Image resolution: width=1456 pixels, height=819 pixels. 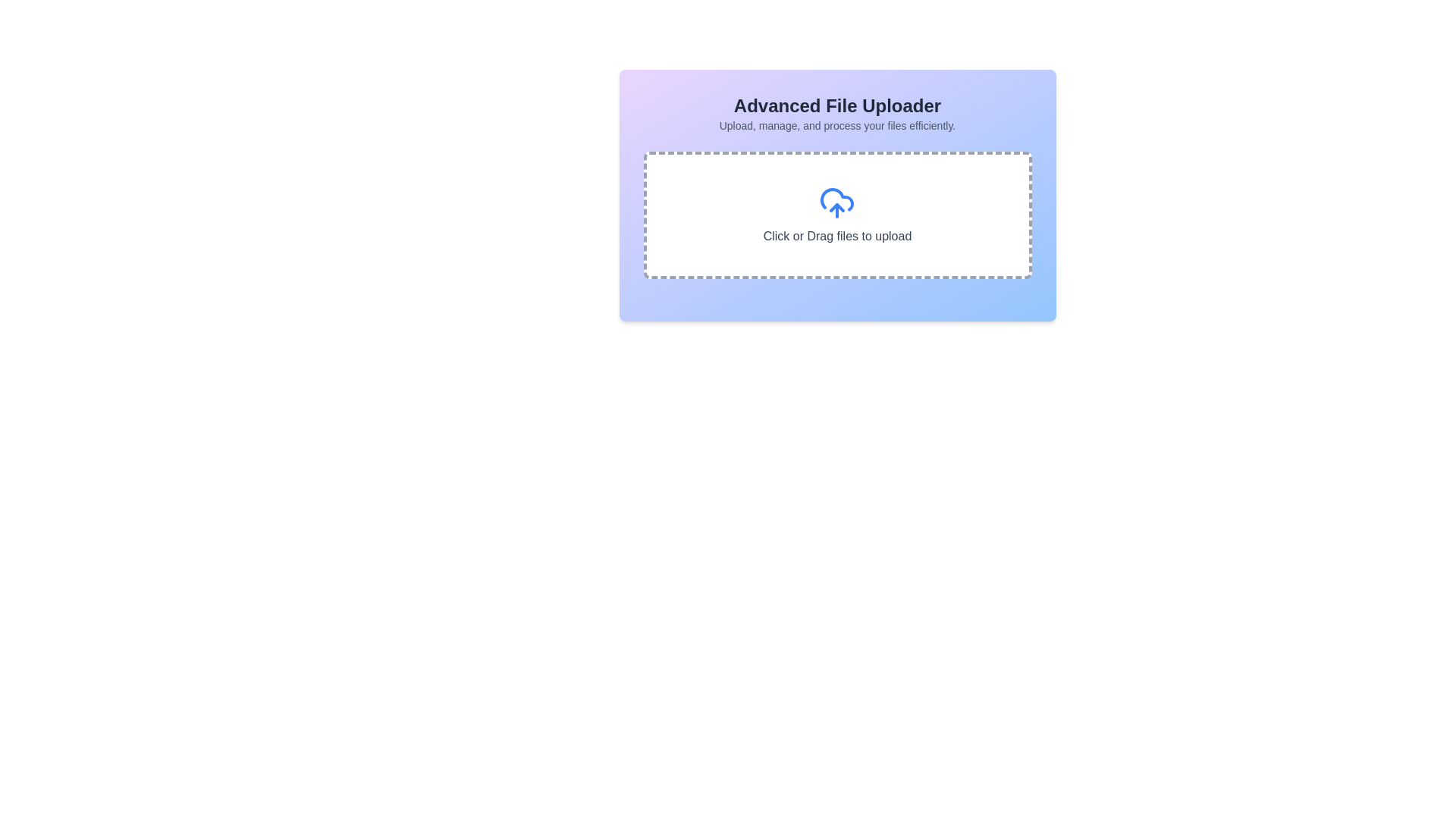 I want to click on the centrally located Upload interface component within the 'Advanced File Uploader' modal, so click(x=836, y=215).